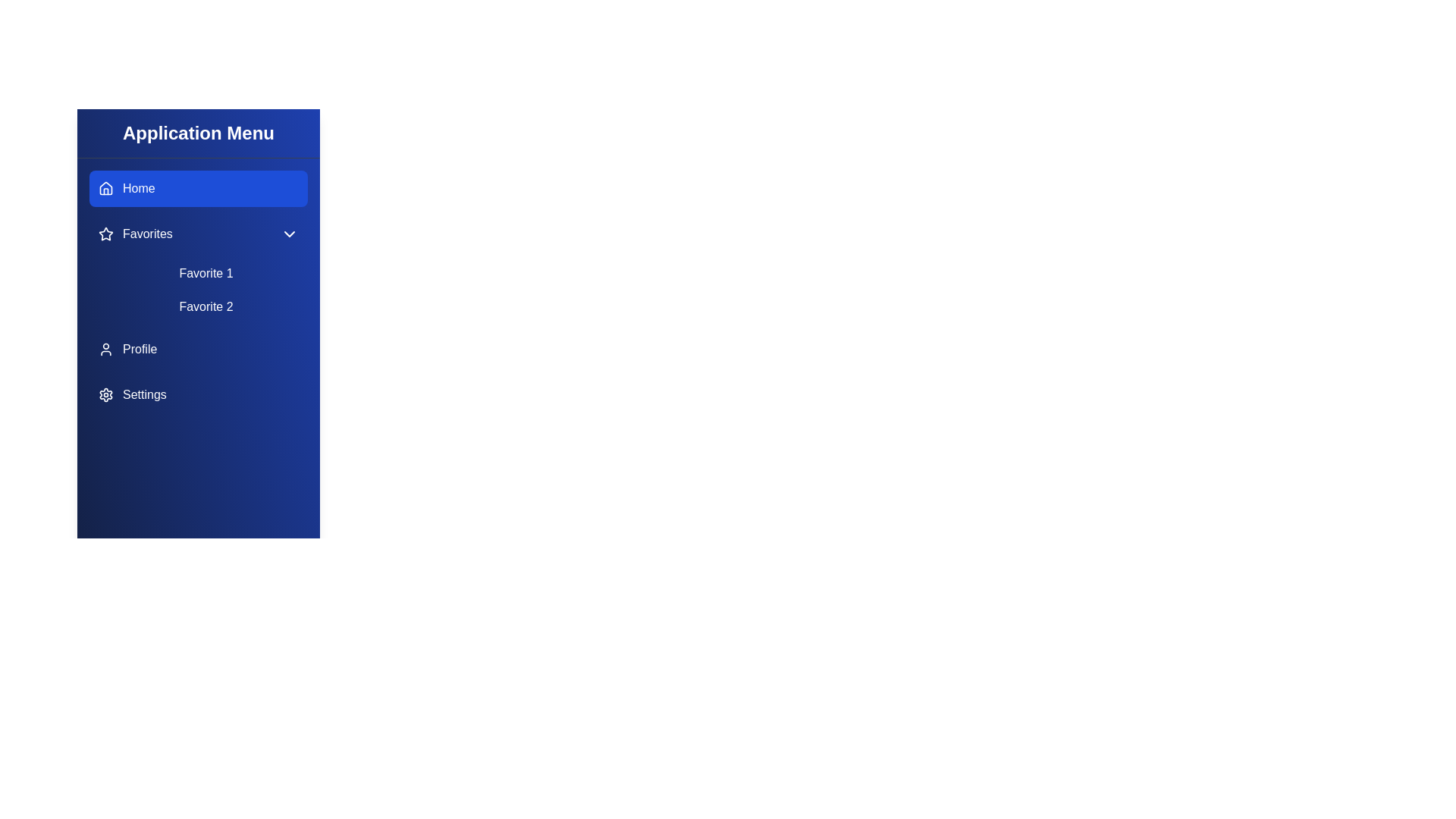 The width and height of the screenshot is (1456, 819). I want to click on the collapsible menu containing links to 'Favorite 1' and 'Favorite 2' using keyboard shortcuts if available, so click(198, 268).